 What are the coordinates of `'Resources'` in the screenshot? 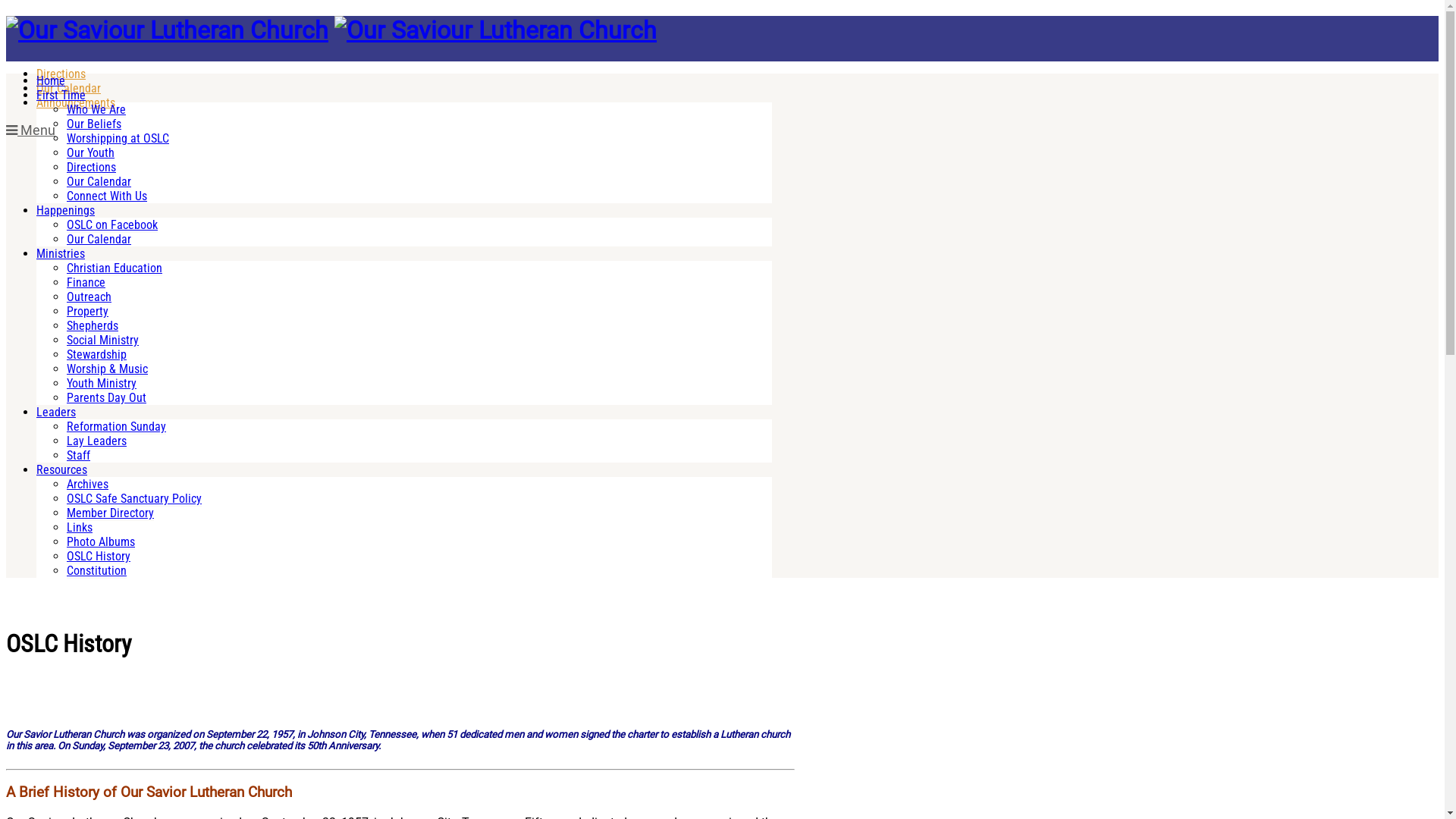 It's located at (61, 469).